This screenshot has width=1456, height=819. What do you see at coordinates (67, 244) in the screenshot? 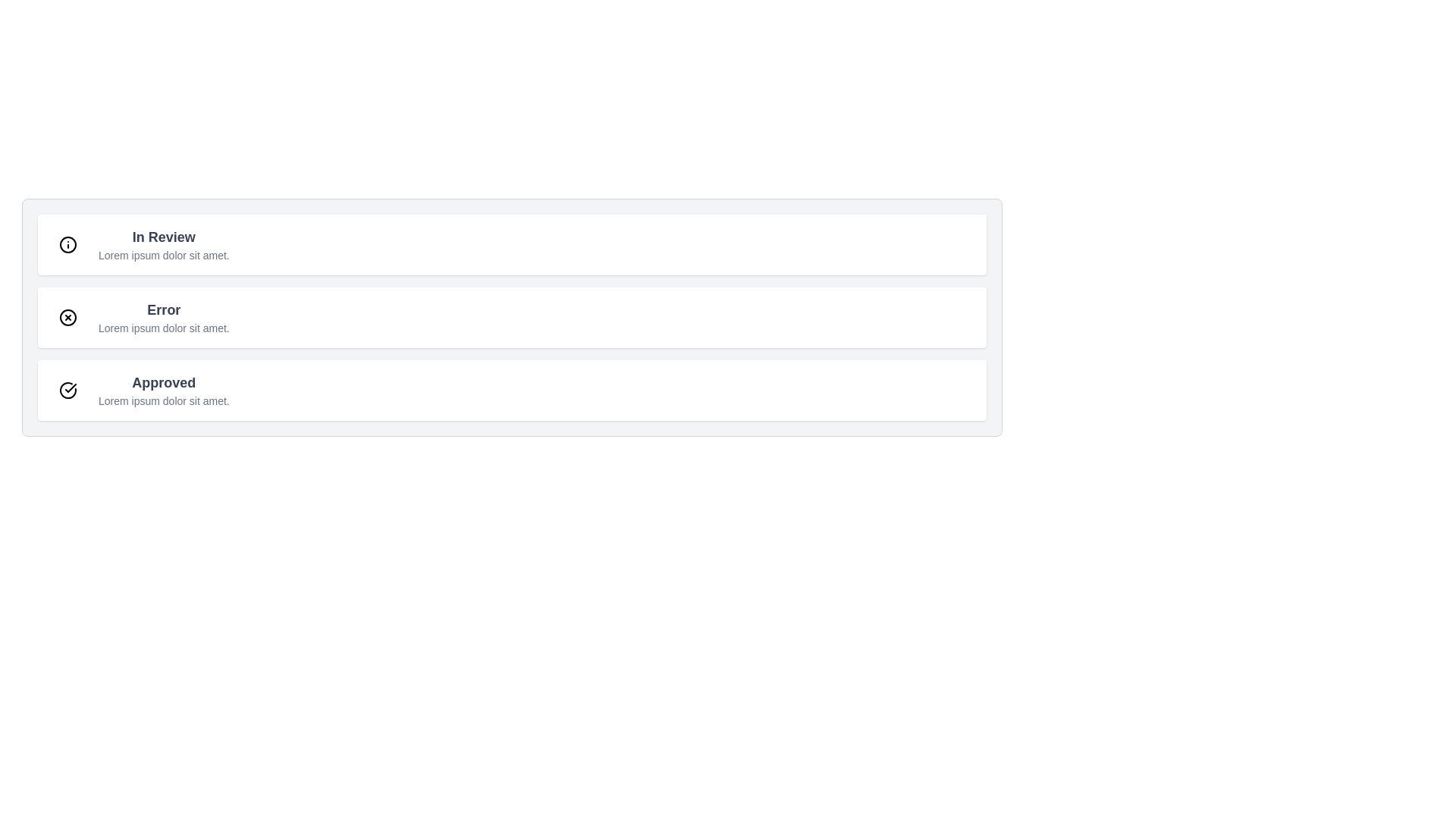
I see `the circular orange information icon located to the left of the 'In Review' text in the top section of the vertical list` at bounding box center [67, 244].